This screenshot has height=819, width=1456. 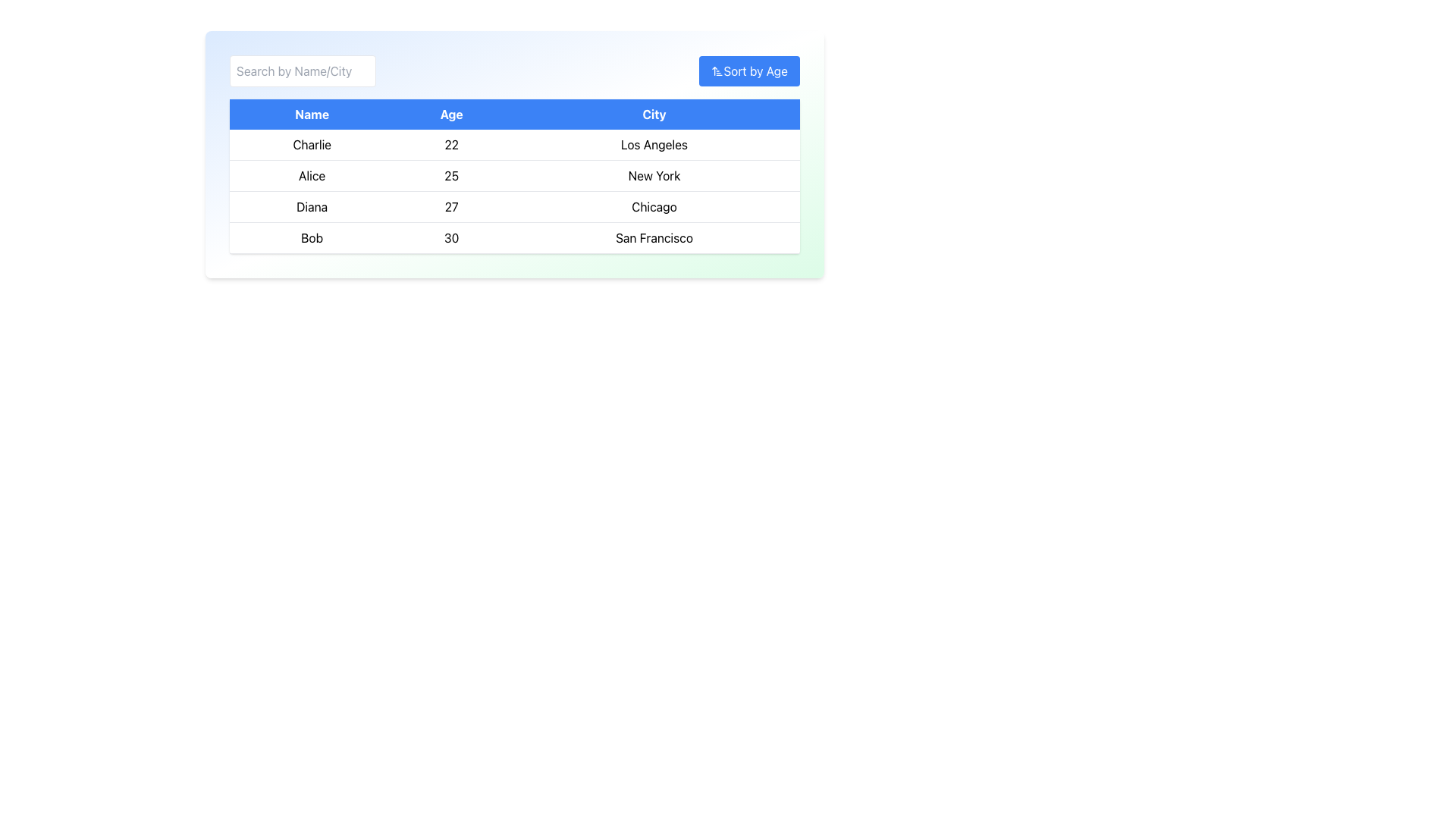 I want to click on the text '27' displayed in bold font under the 'Age' column in the third row of the table, which is located between the 'Name' column with 'Diana' and the 'City' column with 'Chicago', so click(x=450, y=207).